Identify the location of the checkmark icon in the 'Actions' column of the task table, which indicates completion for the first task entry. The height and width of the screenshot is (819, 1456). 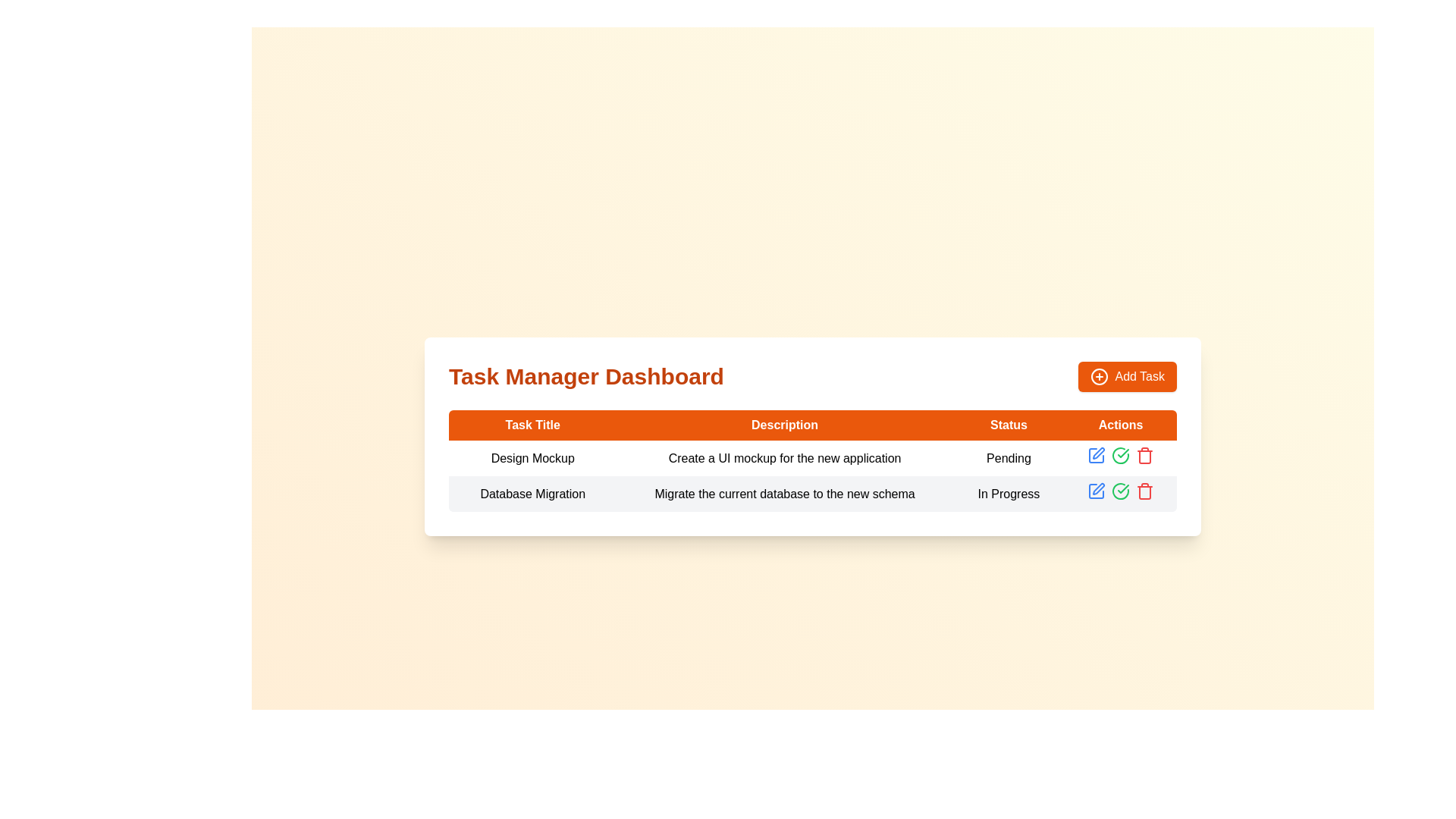
(1123, 488).